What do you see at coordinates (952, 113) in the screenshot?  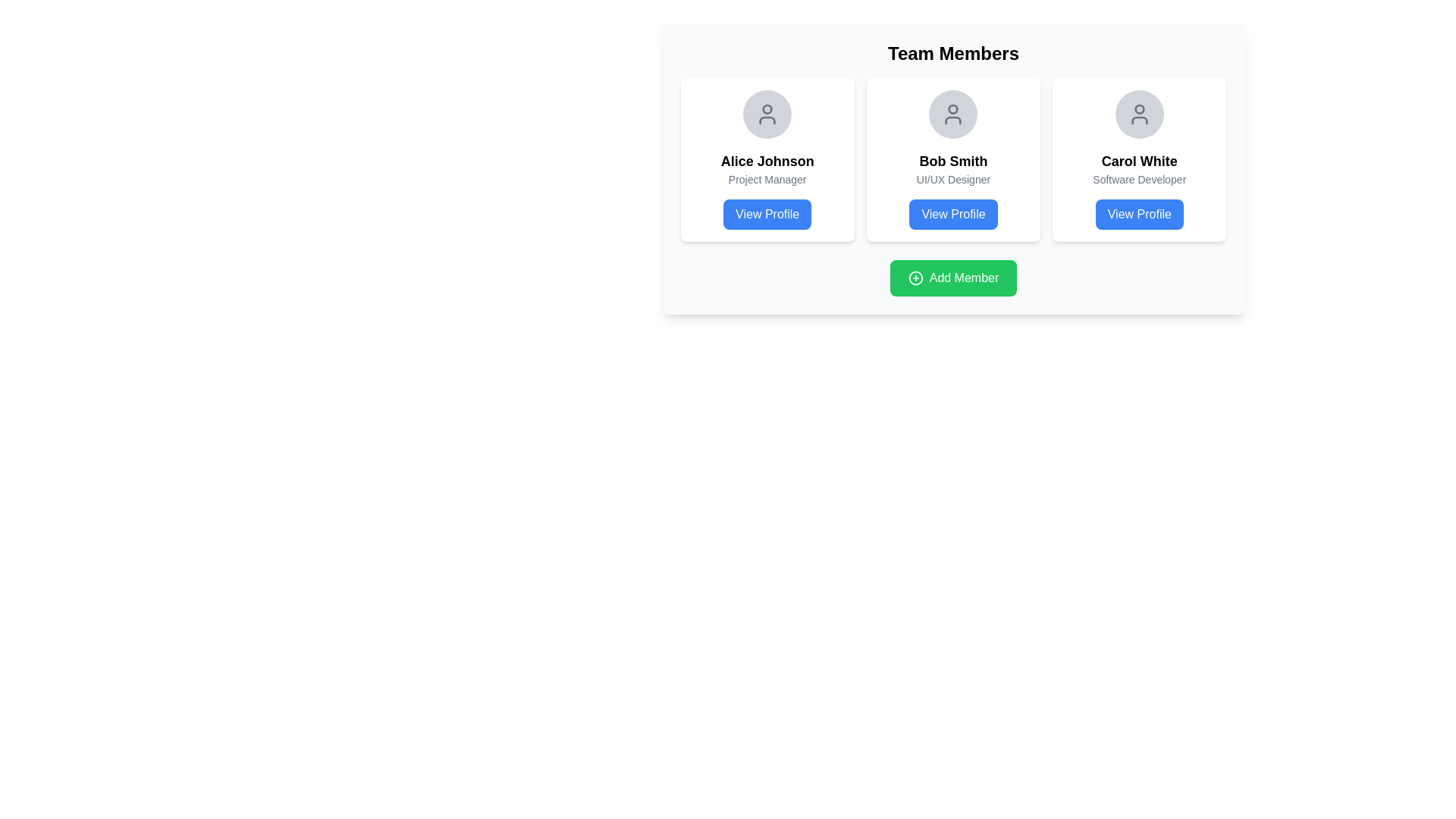 I see `the circular grey avatar placeholder with an embedded person icon located in the upper central part of the card labeled 'Bob Smith', above the text 'UI/UX Designer' and the 'View Profile' button` at bounding box center [952, 113].